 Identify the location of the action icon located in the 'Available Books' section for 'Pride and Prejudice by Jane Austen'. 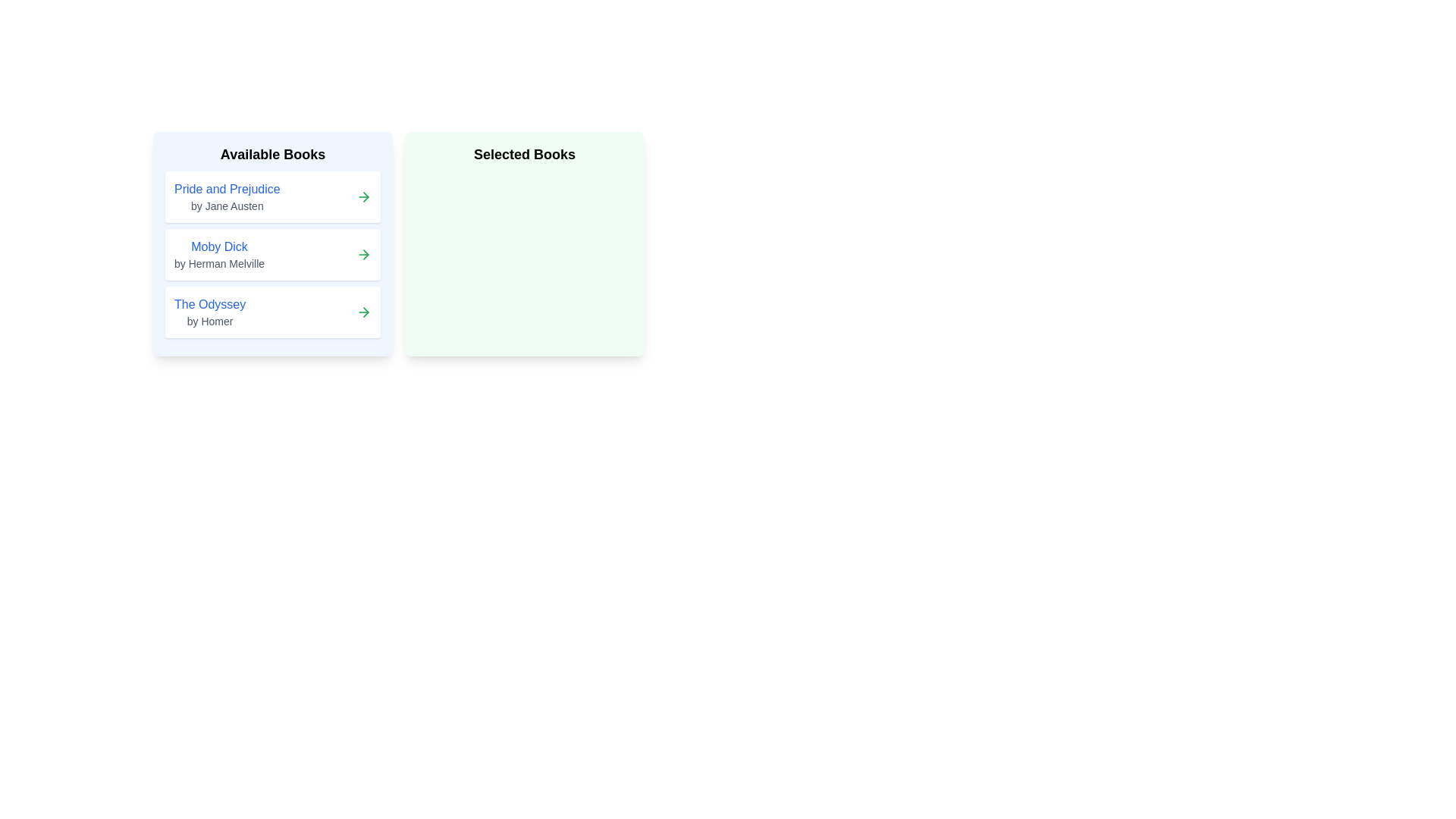
(366, 196).